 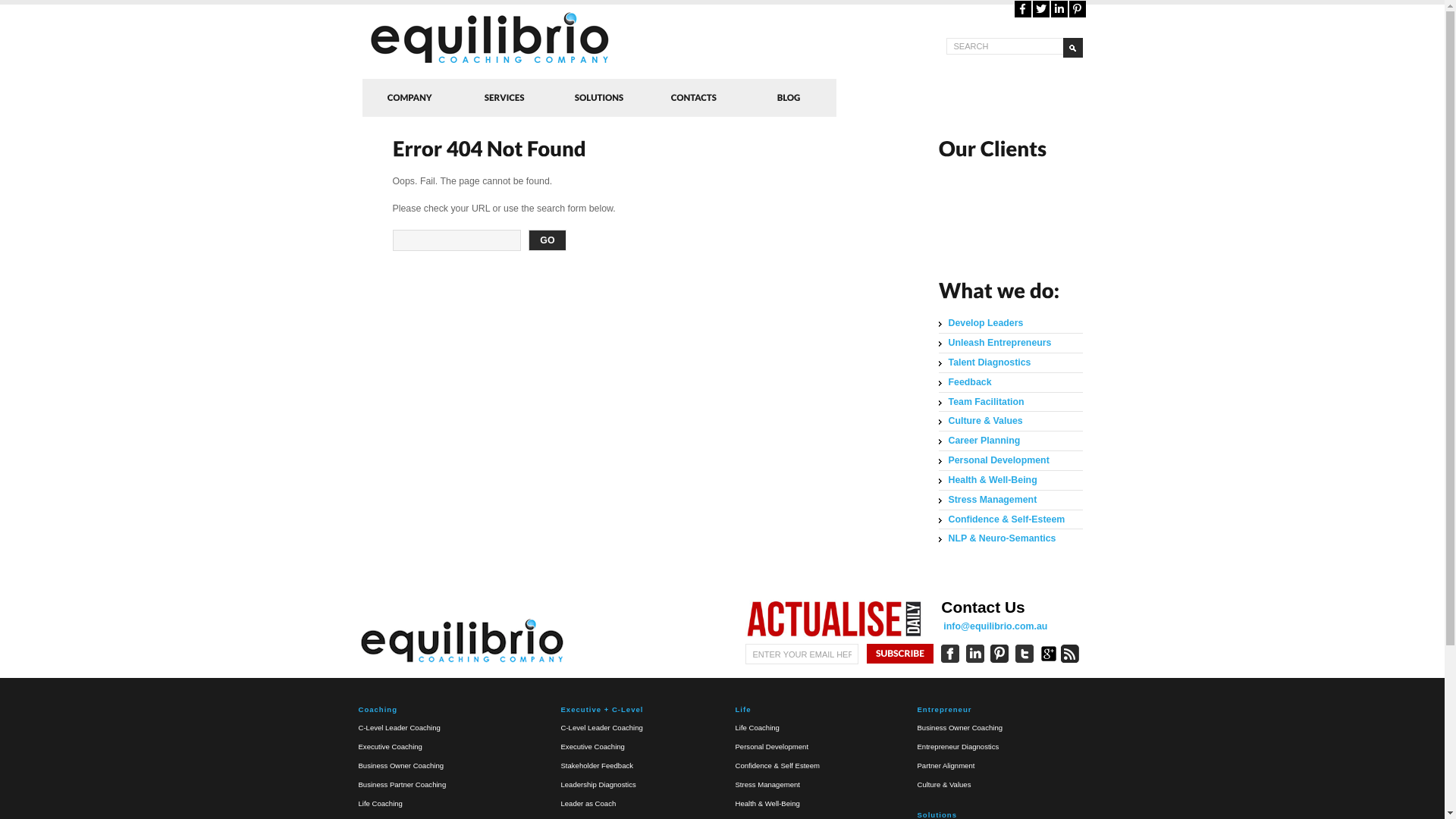 I want to click on 'Confidence & Self Esteem', so click(x=777, y=775).